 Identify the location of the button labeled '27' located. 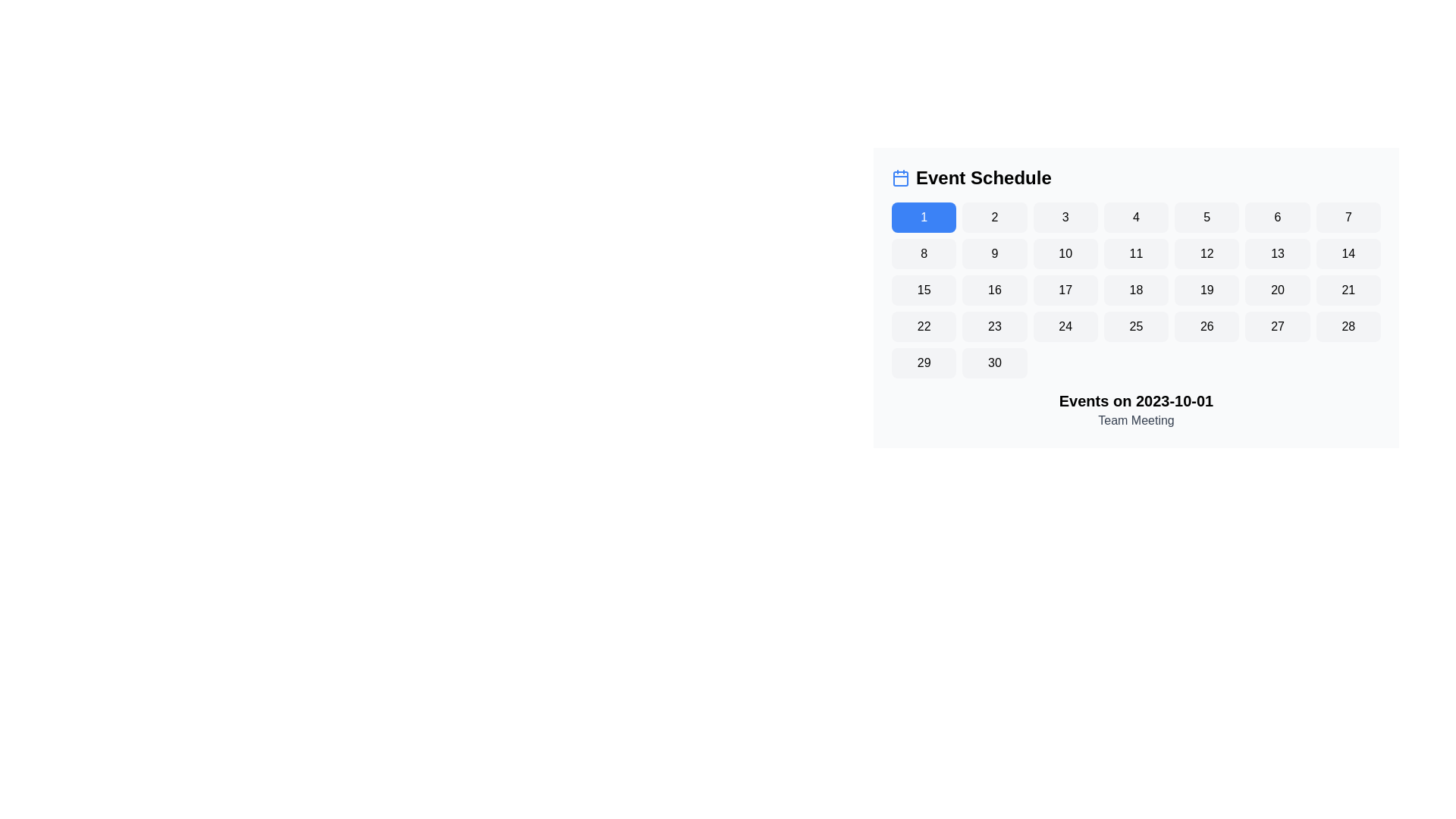
(1276, 326).